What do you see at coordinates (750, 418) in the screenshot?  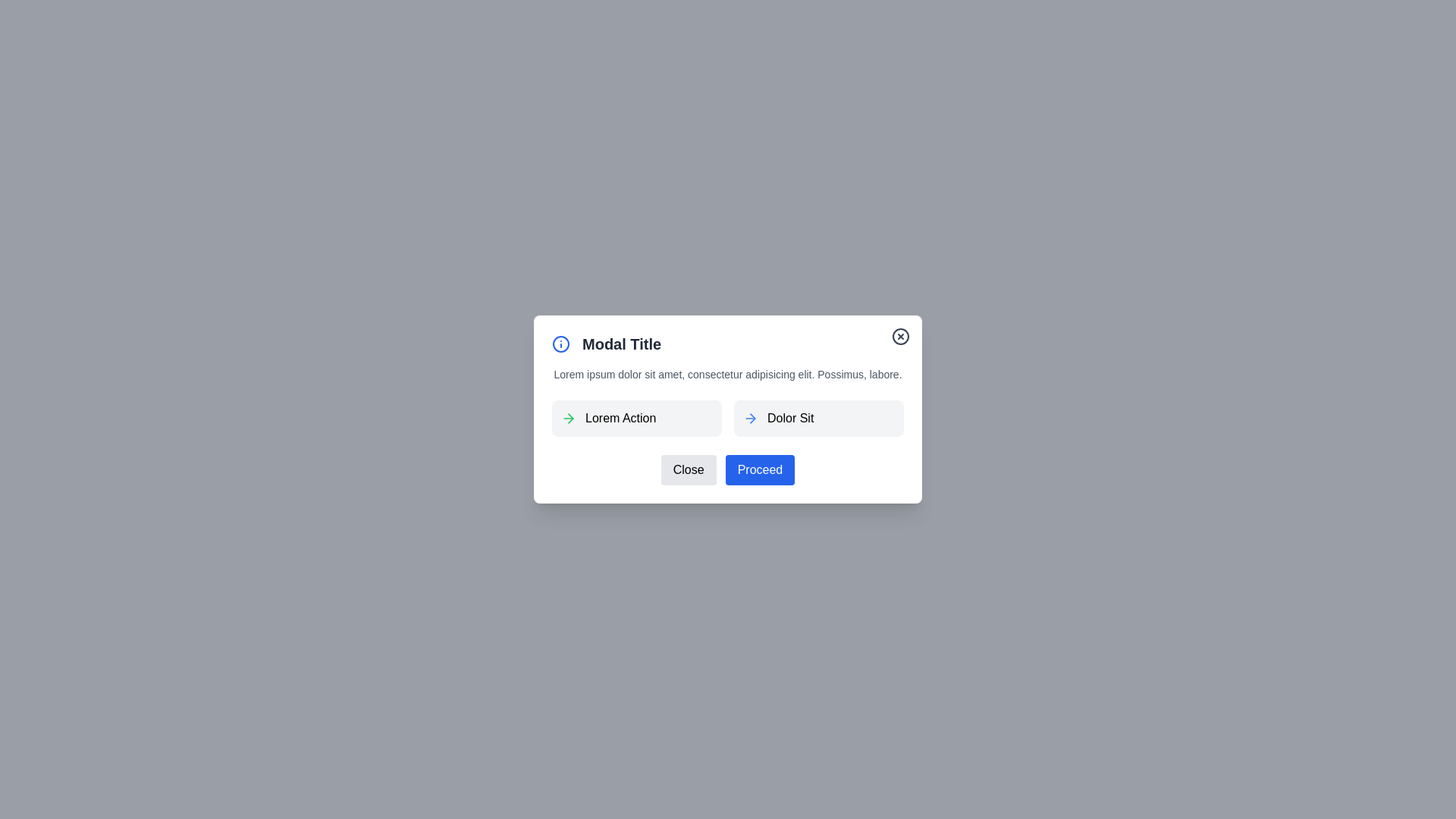 I see `the navigation icon located to the left of the 'Dolor Sit' button, which serves as a visual indicator for navigation or action` at bounding box center [750, 418].